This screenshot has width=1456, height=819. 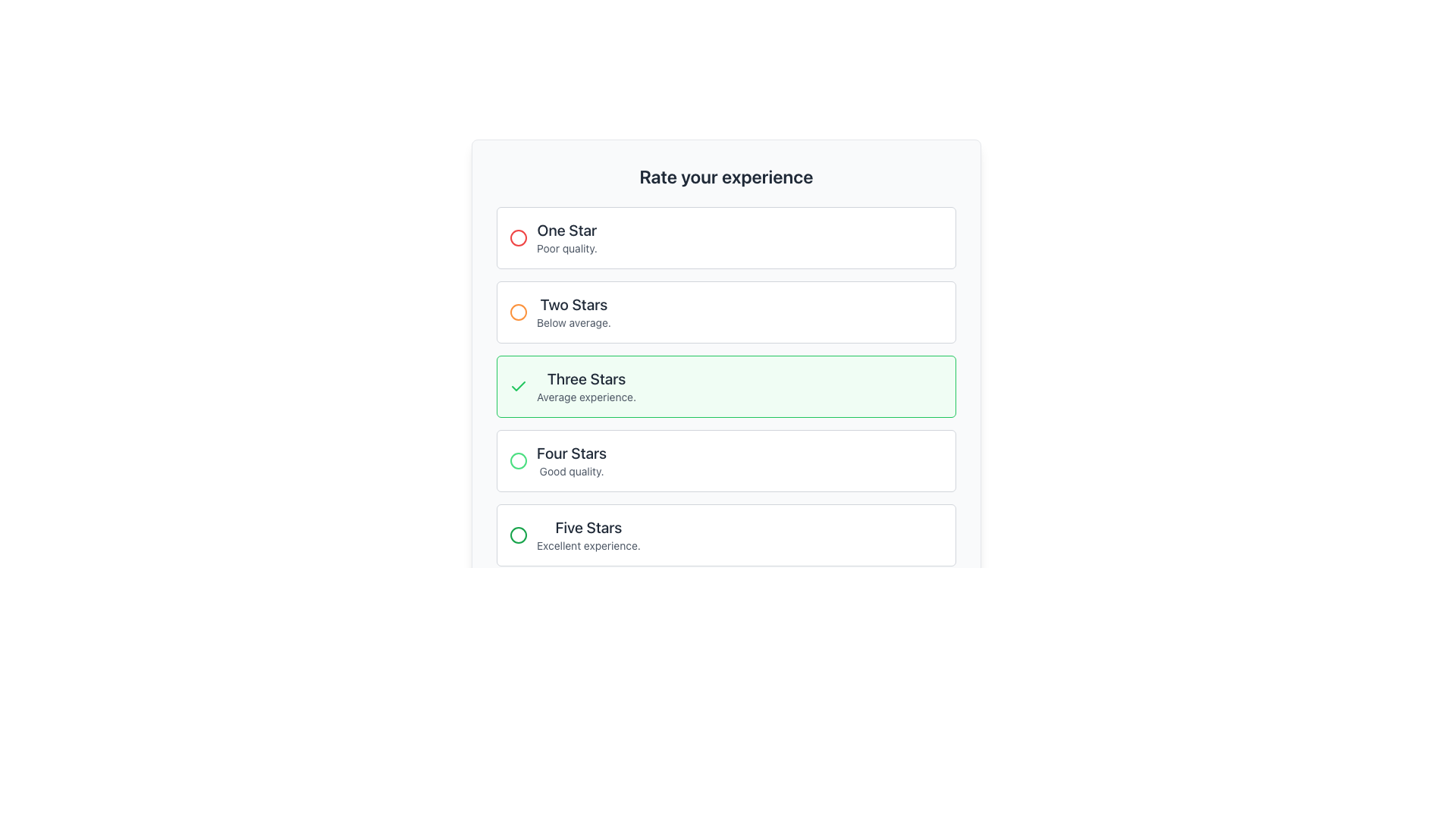 I want to click on the 'One Star' rating label located in the rating section, which is the topmost item in the list of ratings, so click(x=566, y=231).